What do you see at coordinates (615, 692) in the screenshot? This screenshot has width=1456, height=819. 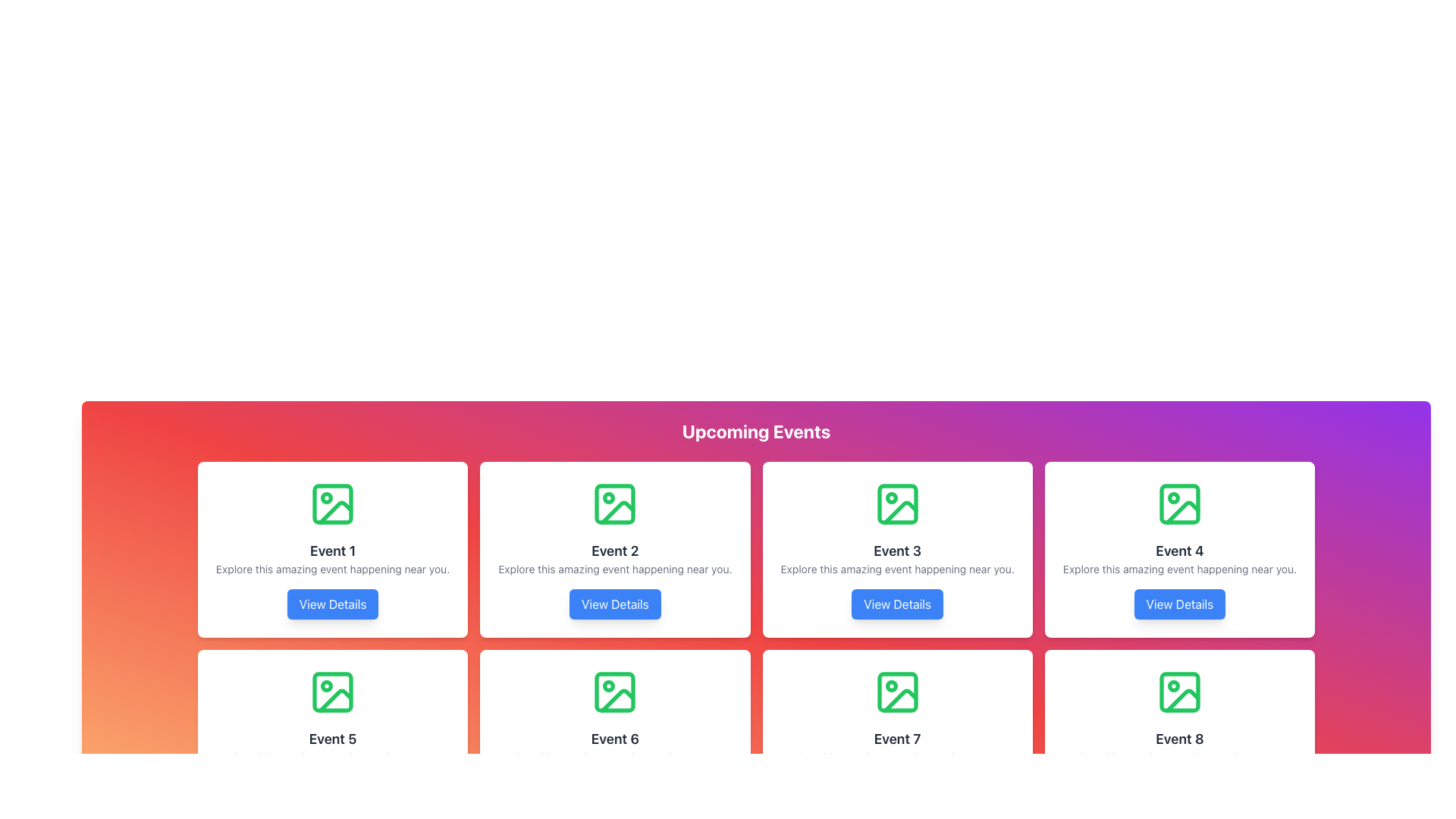 I see `the image icon symbolizing a mountain and sun, styled in green, located at the top center of the card for 'Event 6'` at bounding box center [615, 692].